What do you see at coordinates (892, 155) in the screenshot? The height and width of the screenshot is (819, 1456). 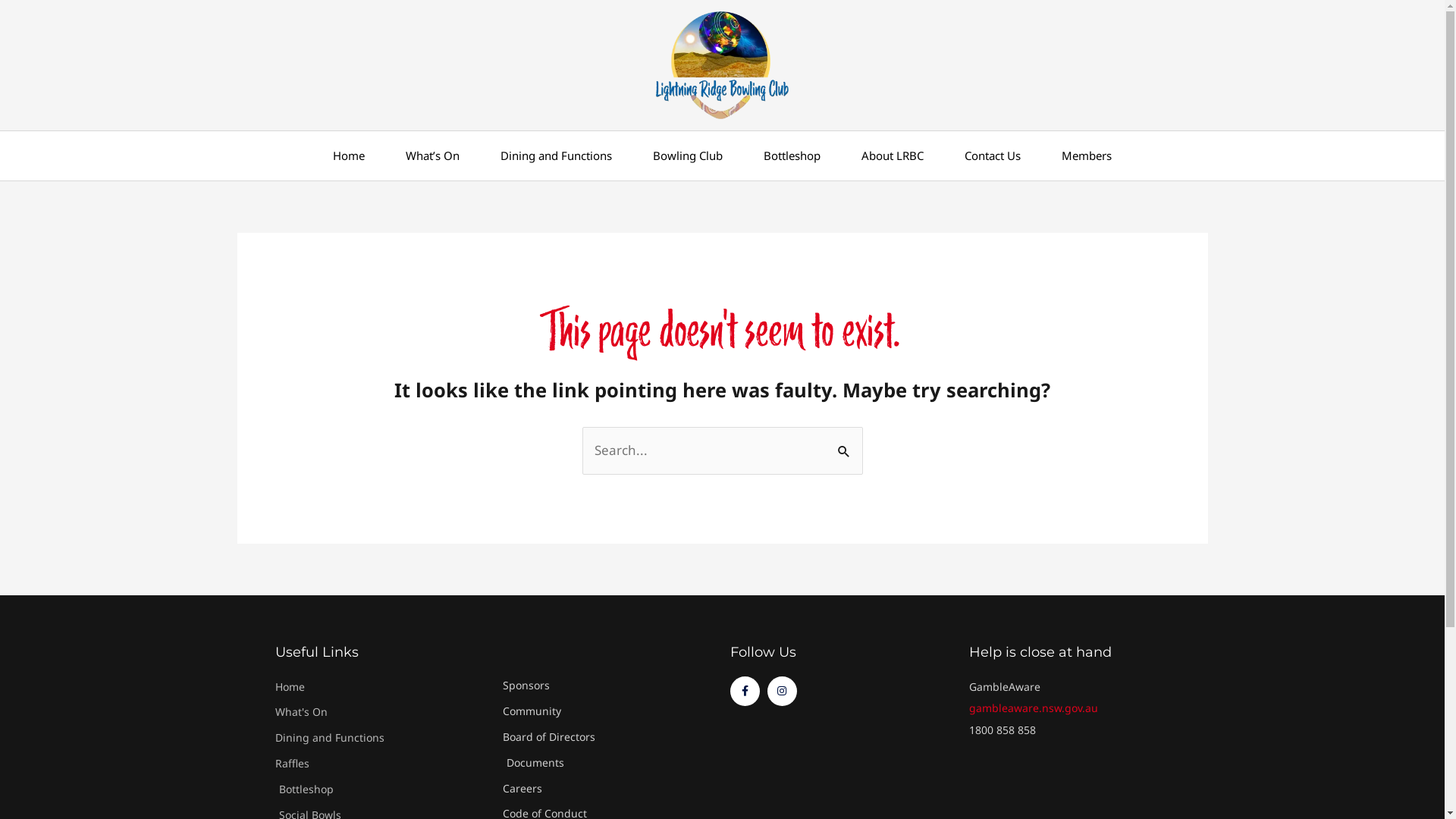 I see `'About LRBC'` at bounding box center [892, 155].